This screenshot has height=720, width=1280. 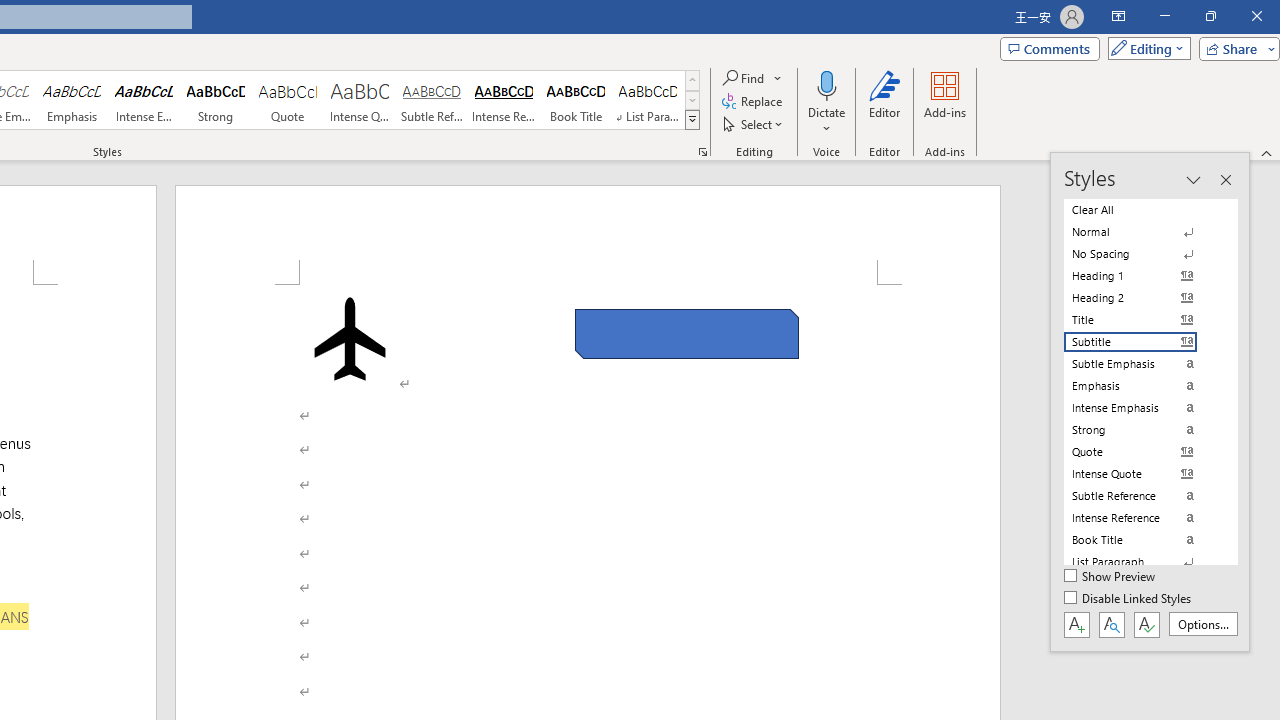 What do you see at coordinates (1129, 598) in the screenshot?
I see `'Disable Linked Styles'` at bounding box center [1129, 598].